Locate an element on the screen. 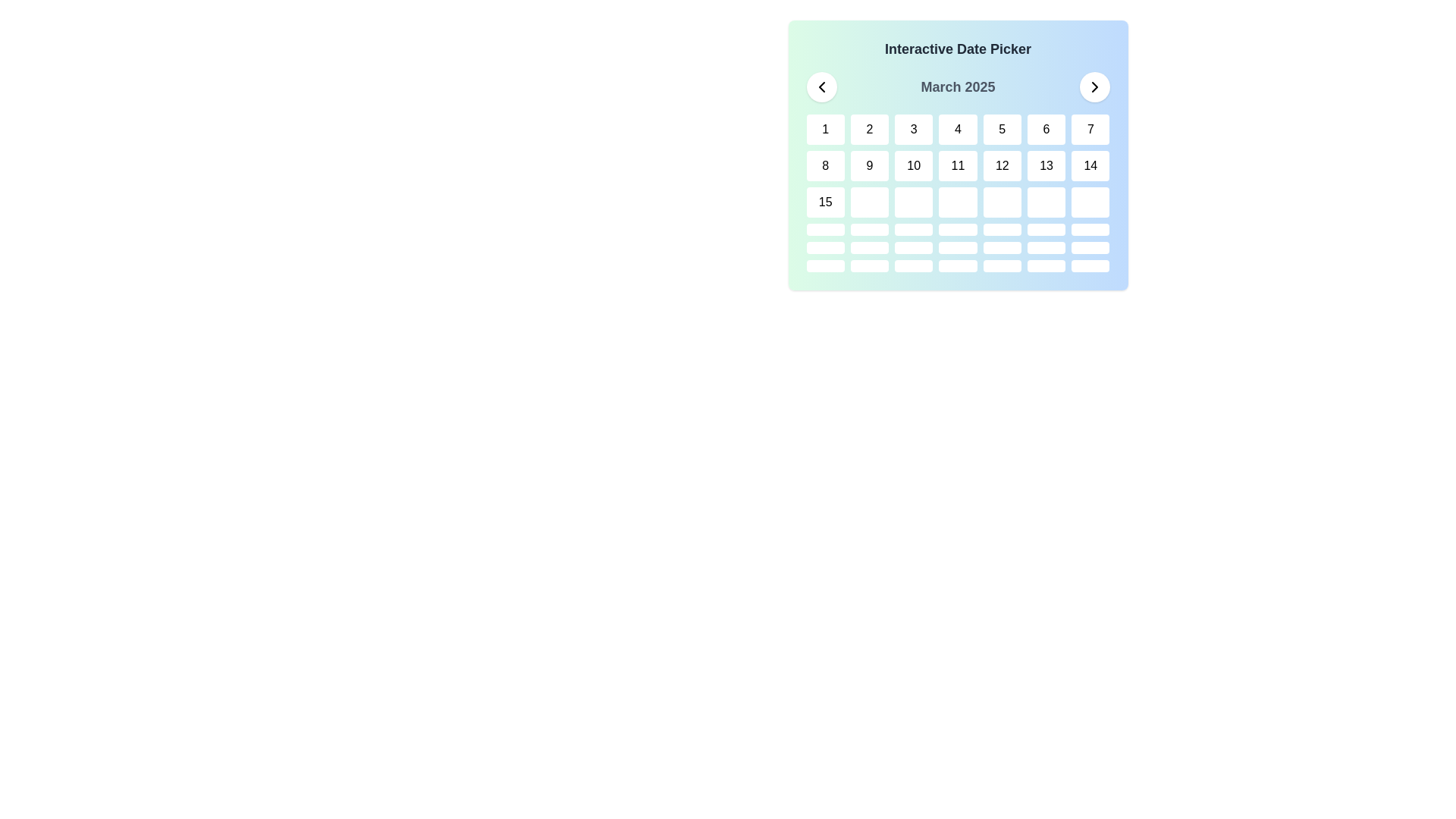  the month and year display label in the date picker, which is located at the center of the top row between the left and right arrow buttons is located at coordinates (957, 87).